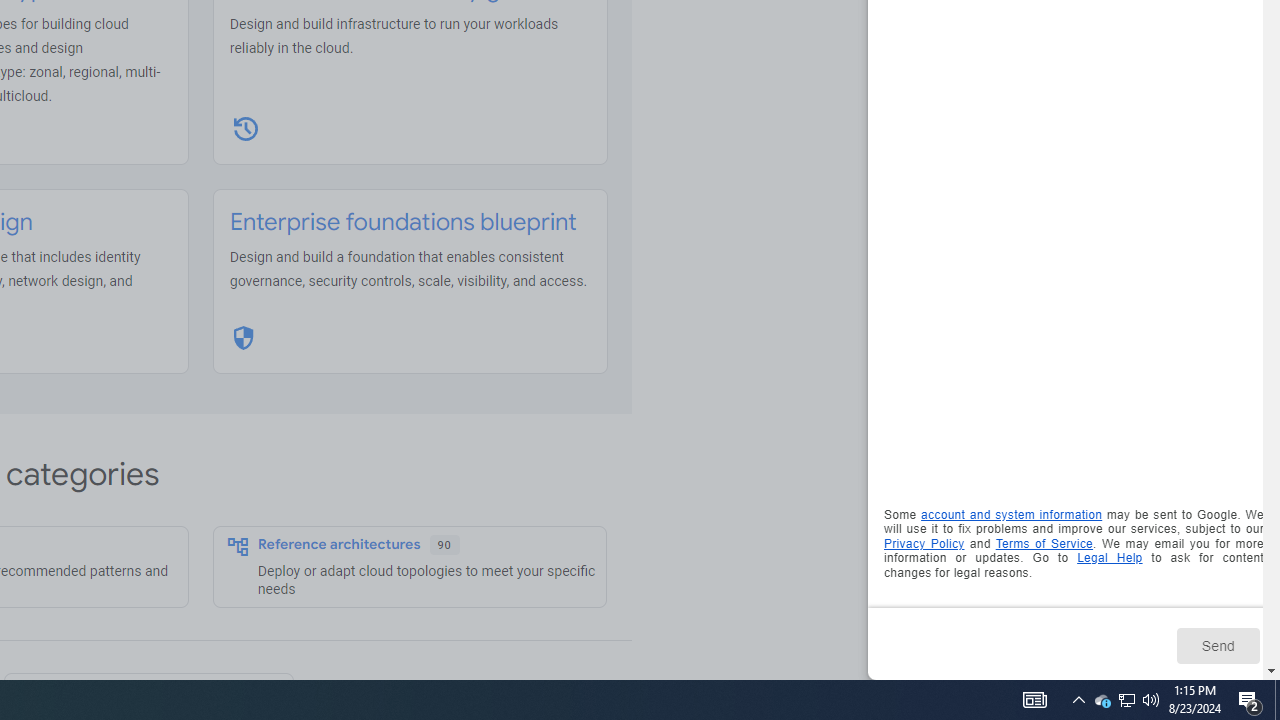  Describe the element at coordinates (1108, 558) in the screenshot. I see `'Opens in a new tab. Legal Help'` at that location.